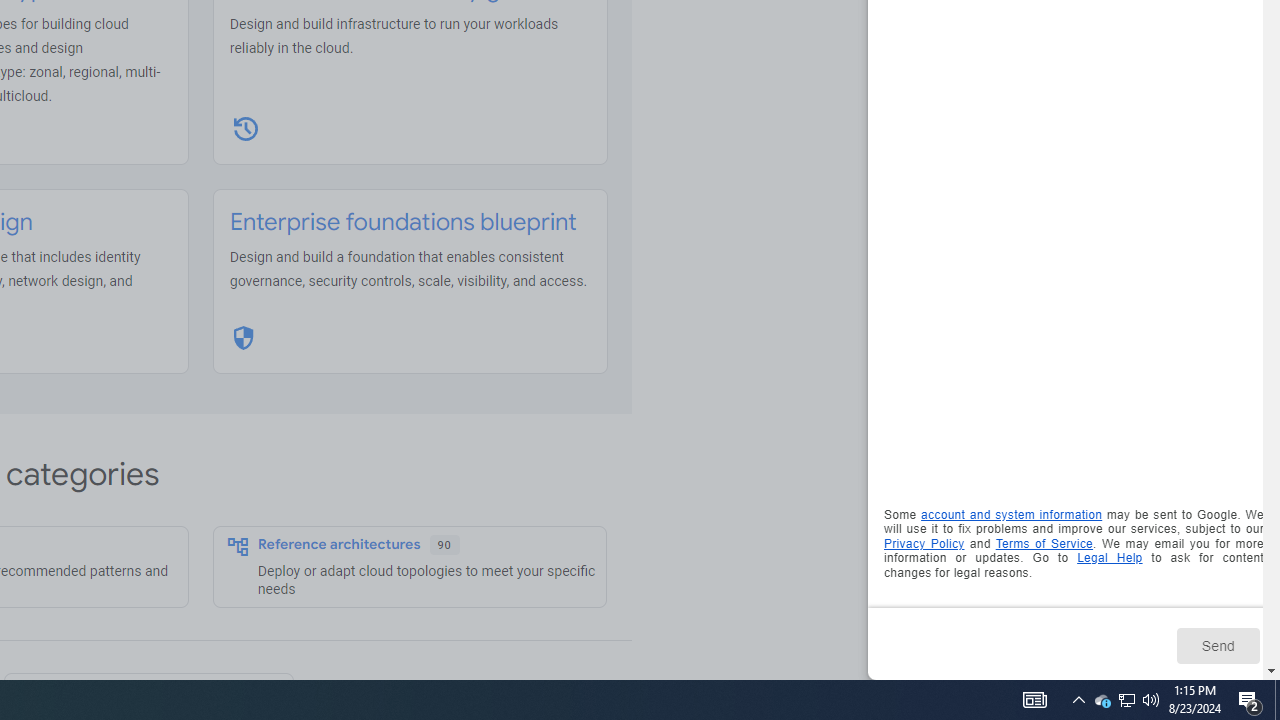  Describe the element at coordinates (1108, 558) in the screenshot. I see `'Opens in a new tab. Legal Help'` at that location.